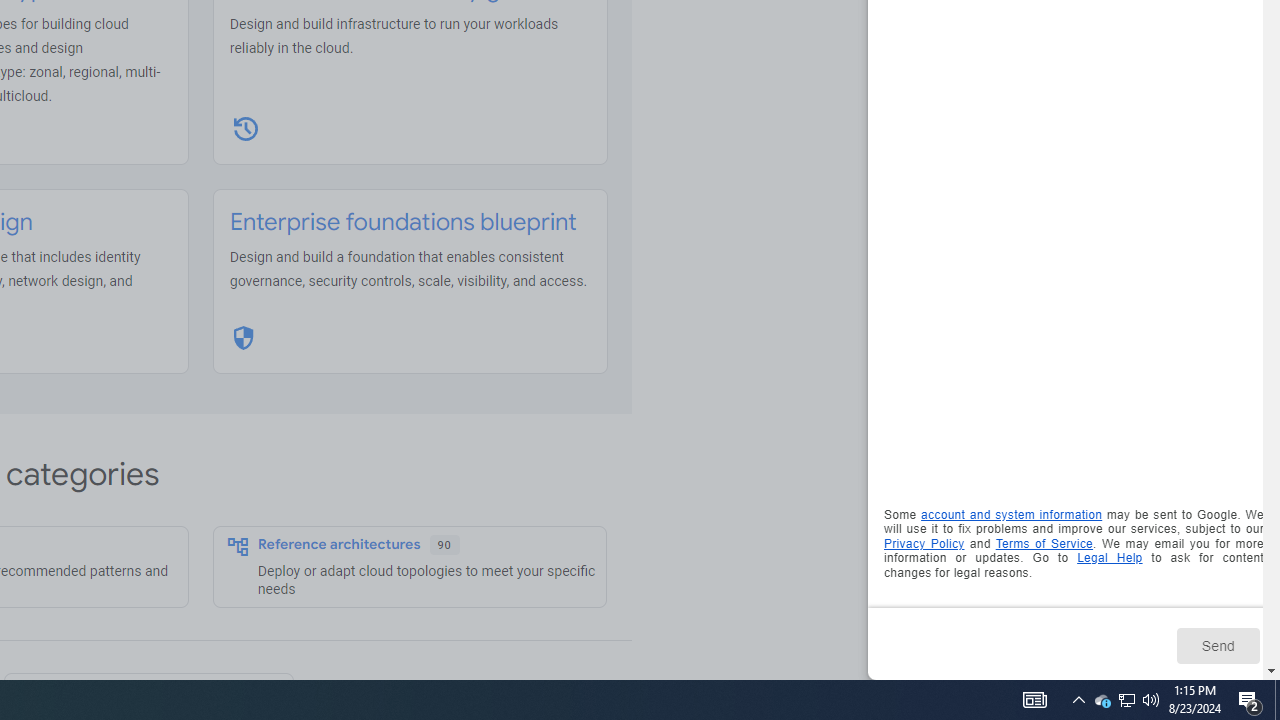  Describe the element at coordinates (1108, 558) in the screenshot. I see `'Opens in a new tab. Legal Help'` at that location.